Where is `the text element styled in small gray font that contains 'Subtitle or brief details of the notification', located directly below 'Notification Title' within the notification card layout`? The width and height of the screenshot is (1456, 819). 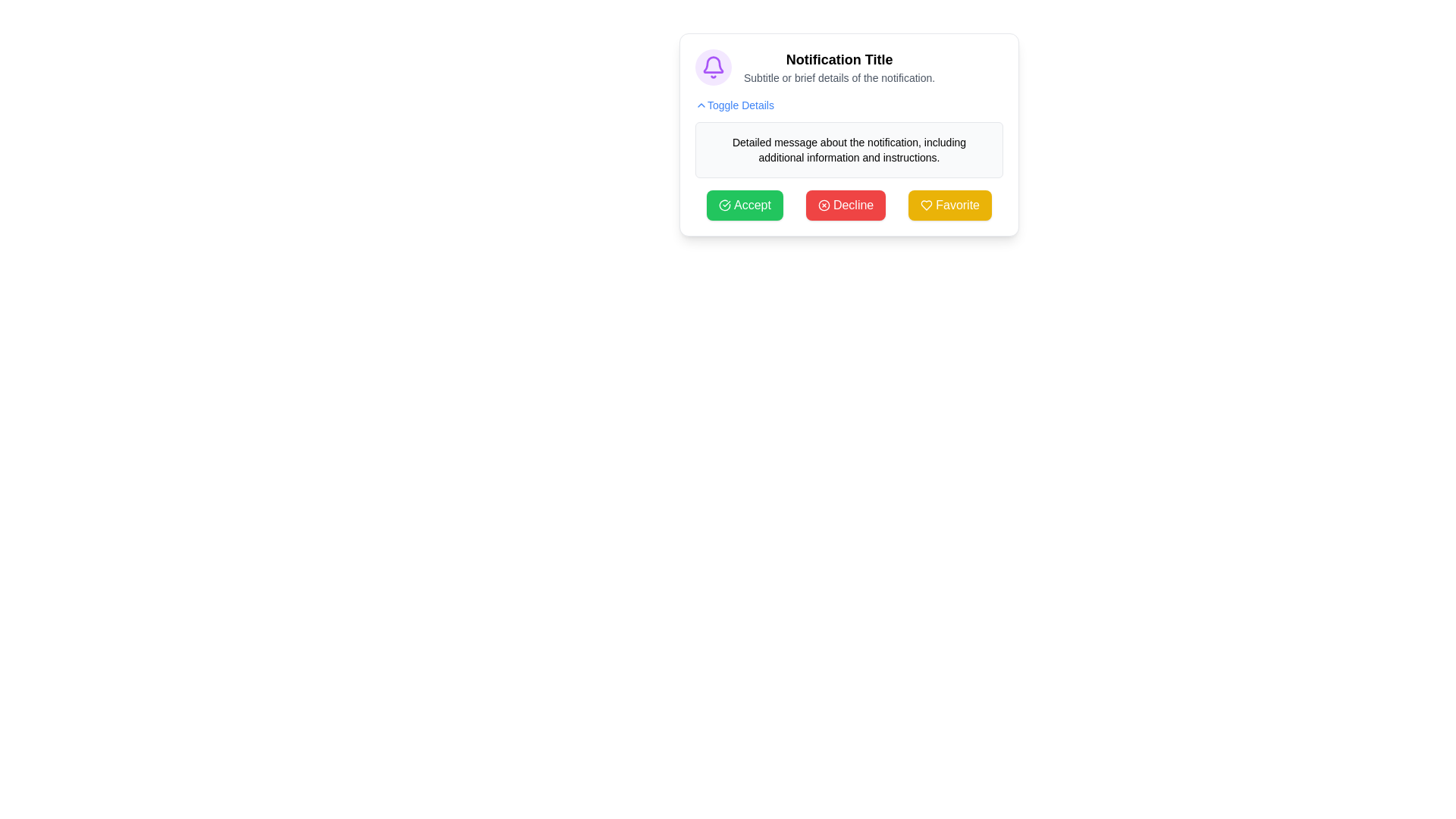
the text element styled in small gray font that contains 'Subtitle or brief details of the notification', located directly below 'Notification Title' within the notification card layout is located at coordinates (839, 78).